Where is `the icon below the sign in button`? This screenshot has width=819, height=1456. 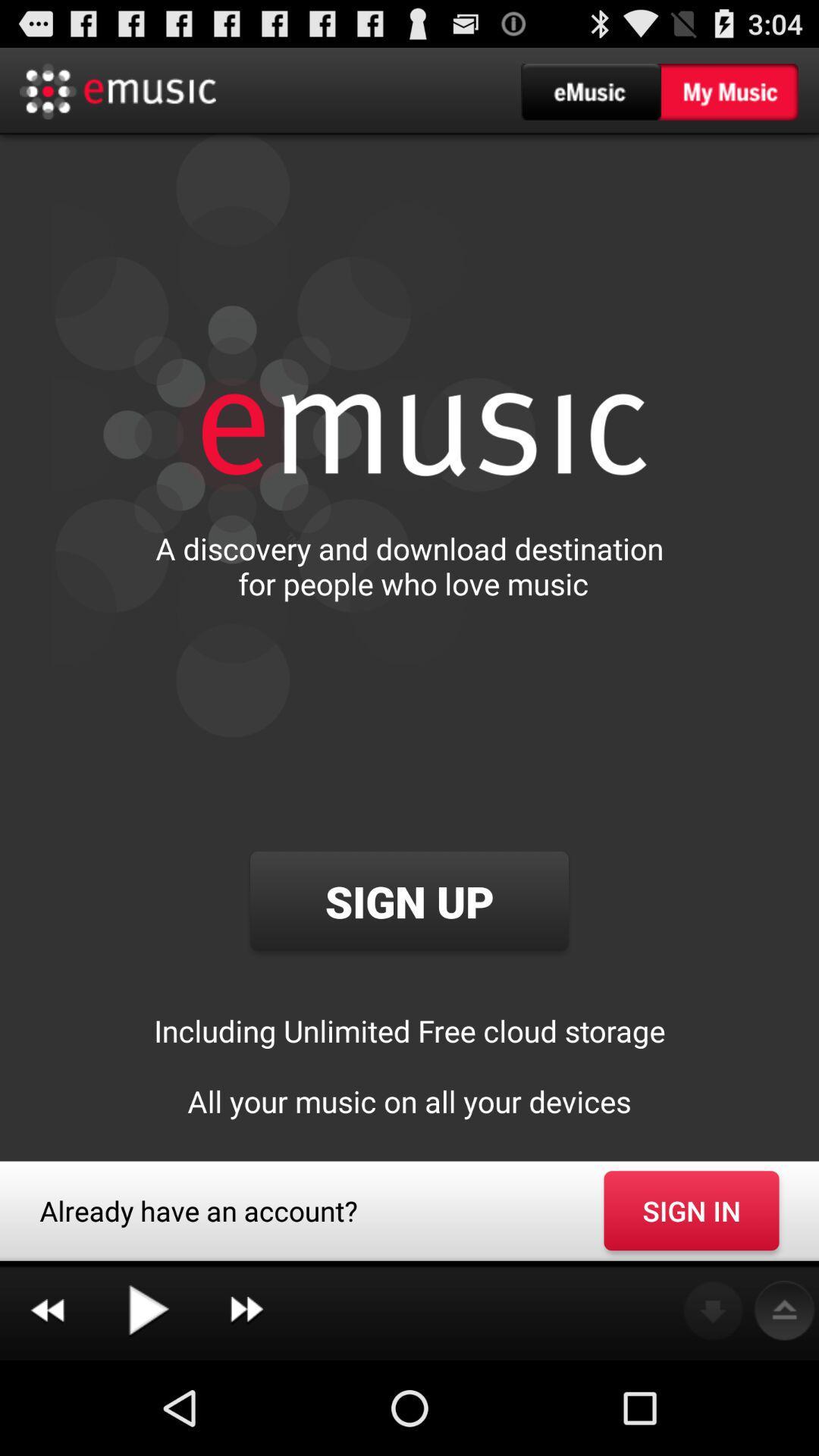 the icon below the sign in button is located at coordinates (784, 1310).